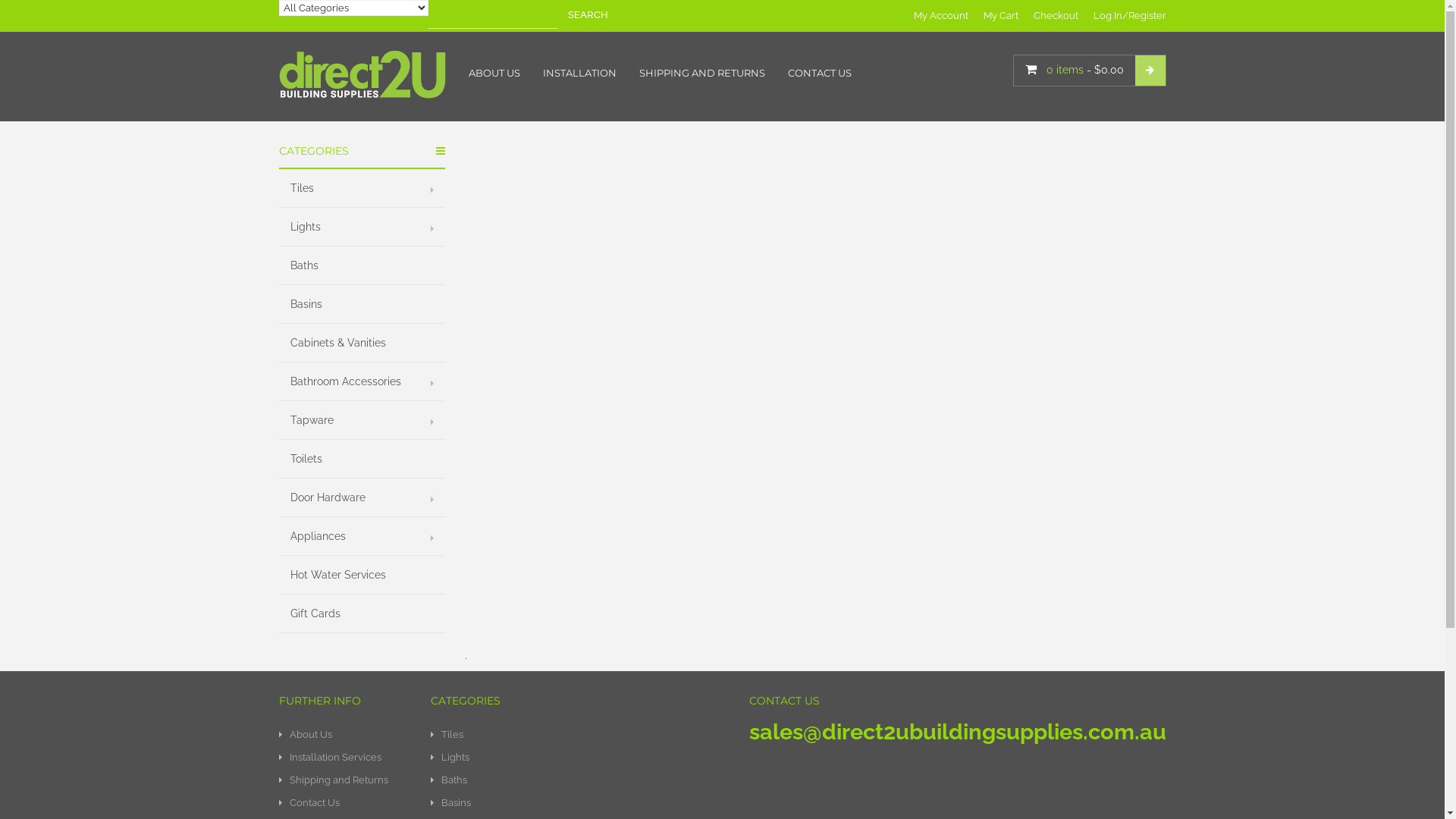 This screenshot has width=1456, height=819. I want to click on 'Checkout', so click(1054, 15).